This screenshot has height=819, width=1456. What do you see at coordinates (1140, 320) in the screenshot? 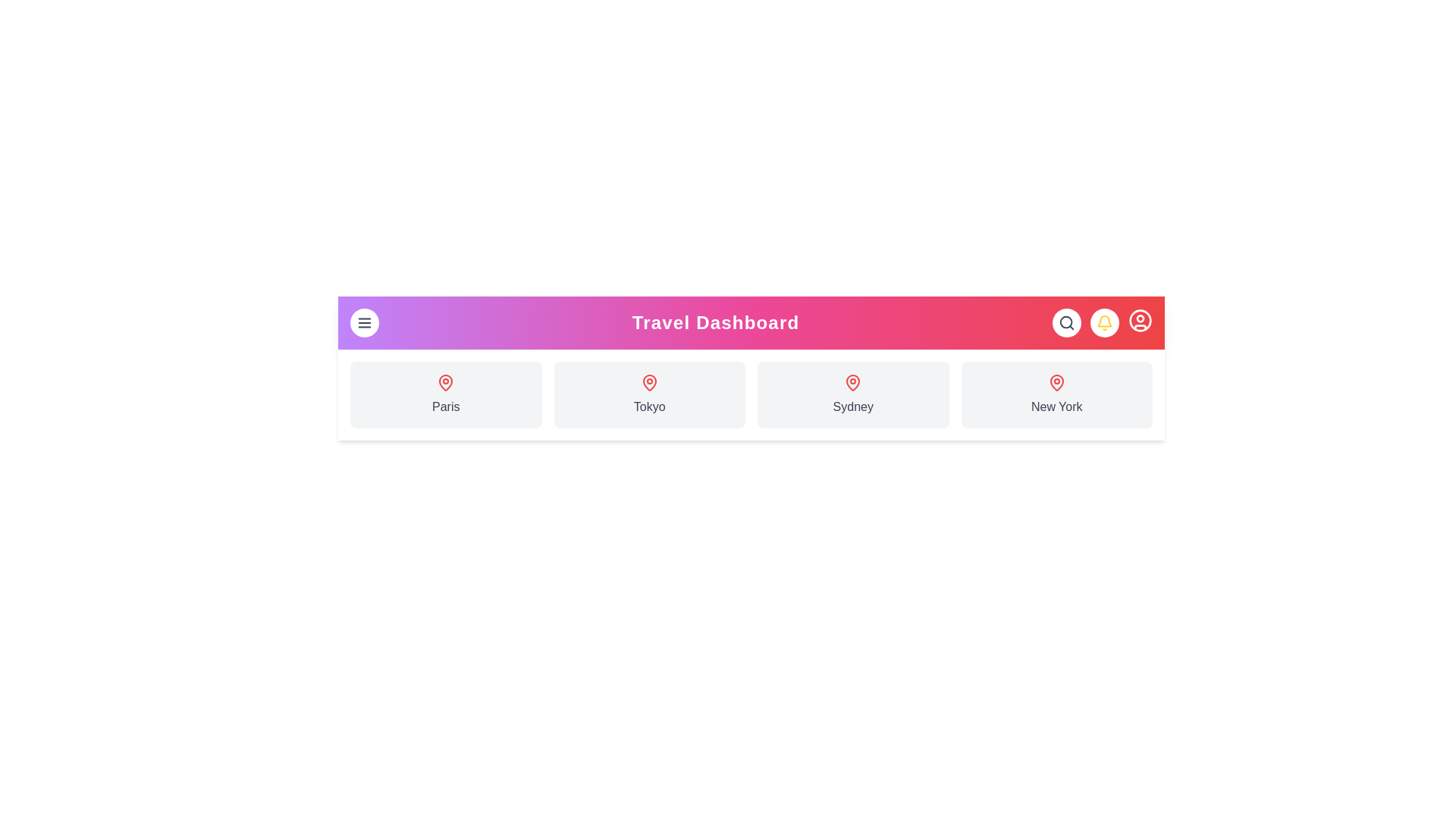
I see `the user profile icon to open the user menu` at bounding box center [1140, 320].